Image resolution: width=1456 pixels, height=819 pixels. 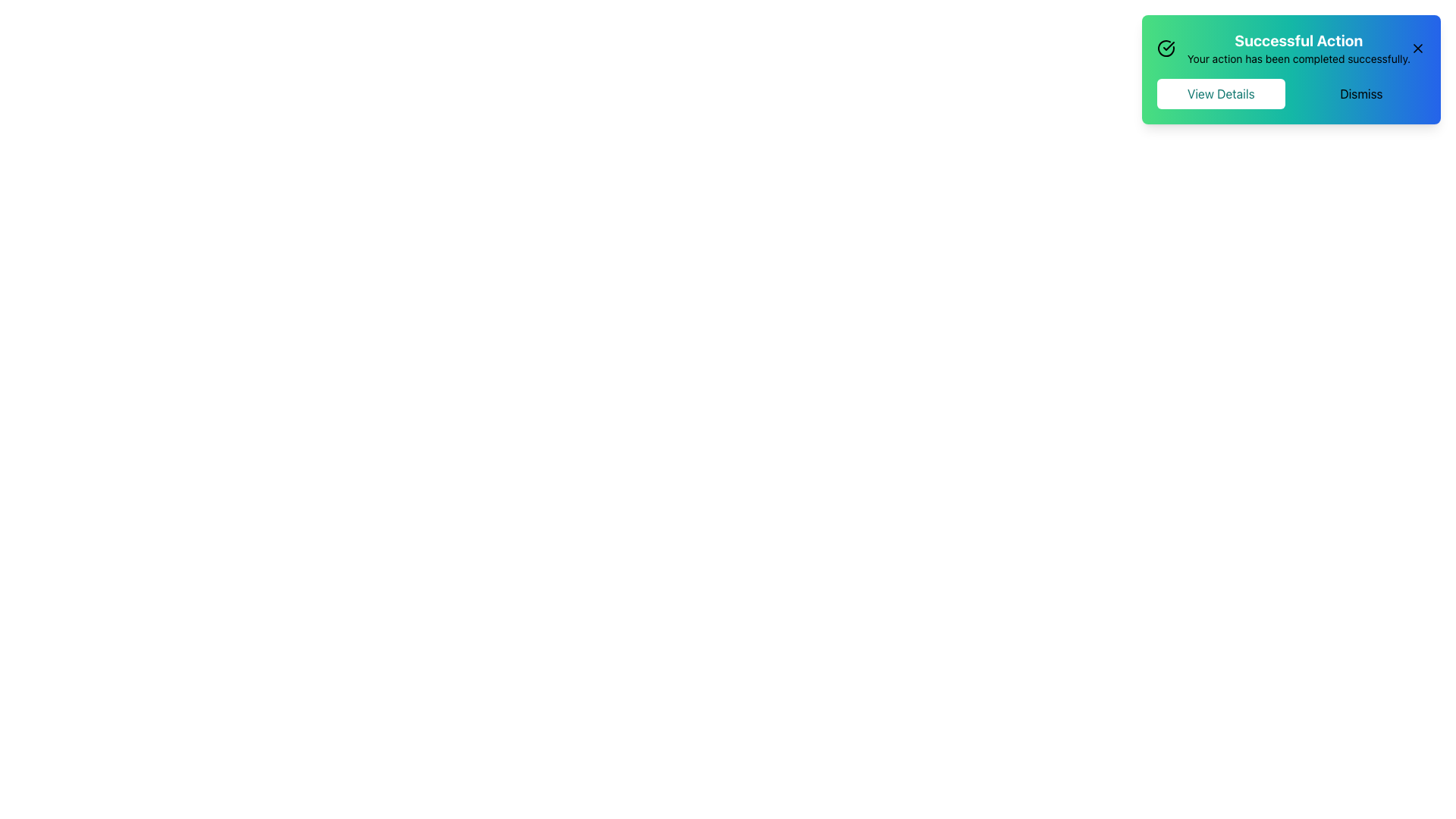 What do you see at coordinates (1298, 48) in the screenshot?
I see `confirmation message displayed in the large text block located within the notification card in the upper-right corner of the page` at bounding box center [1298, 48].